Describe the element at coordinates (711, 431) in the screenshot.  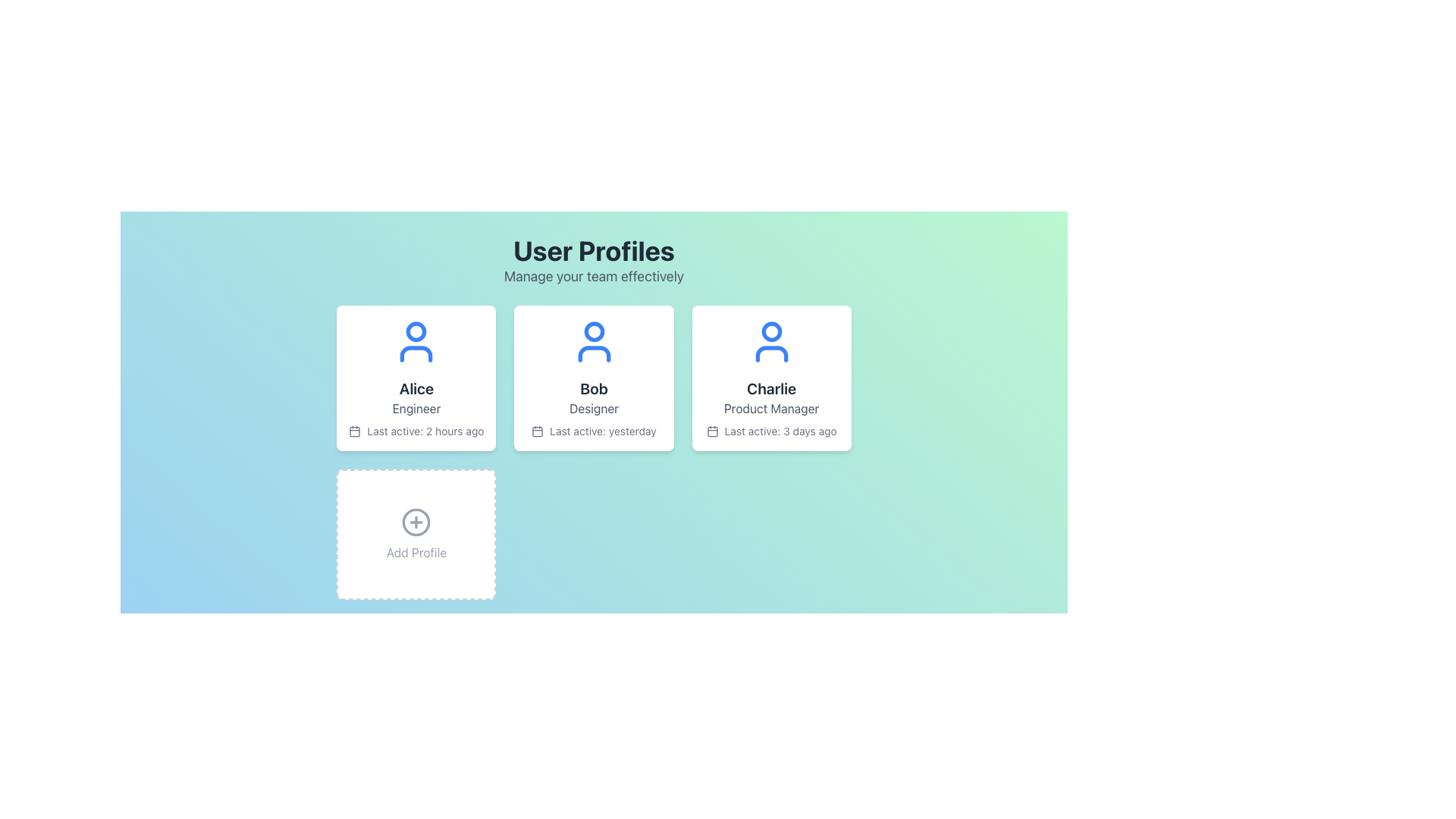
I see `the calendar icon located within Charlie's user profile card, which is positioned to the left of the 'Last active: 3 days ago' text` at that location.